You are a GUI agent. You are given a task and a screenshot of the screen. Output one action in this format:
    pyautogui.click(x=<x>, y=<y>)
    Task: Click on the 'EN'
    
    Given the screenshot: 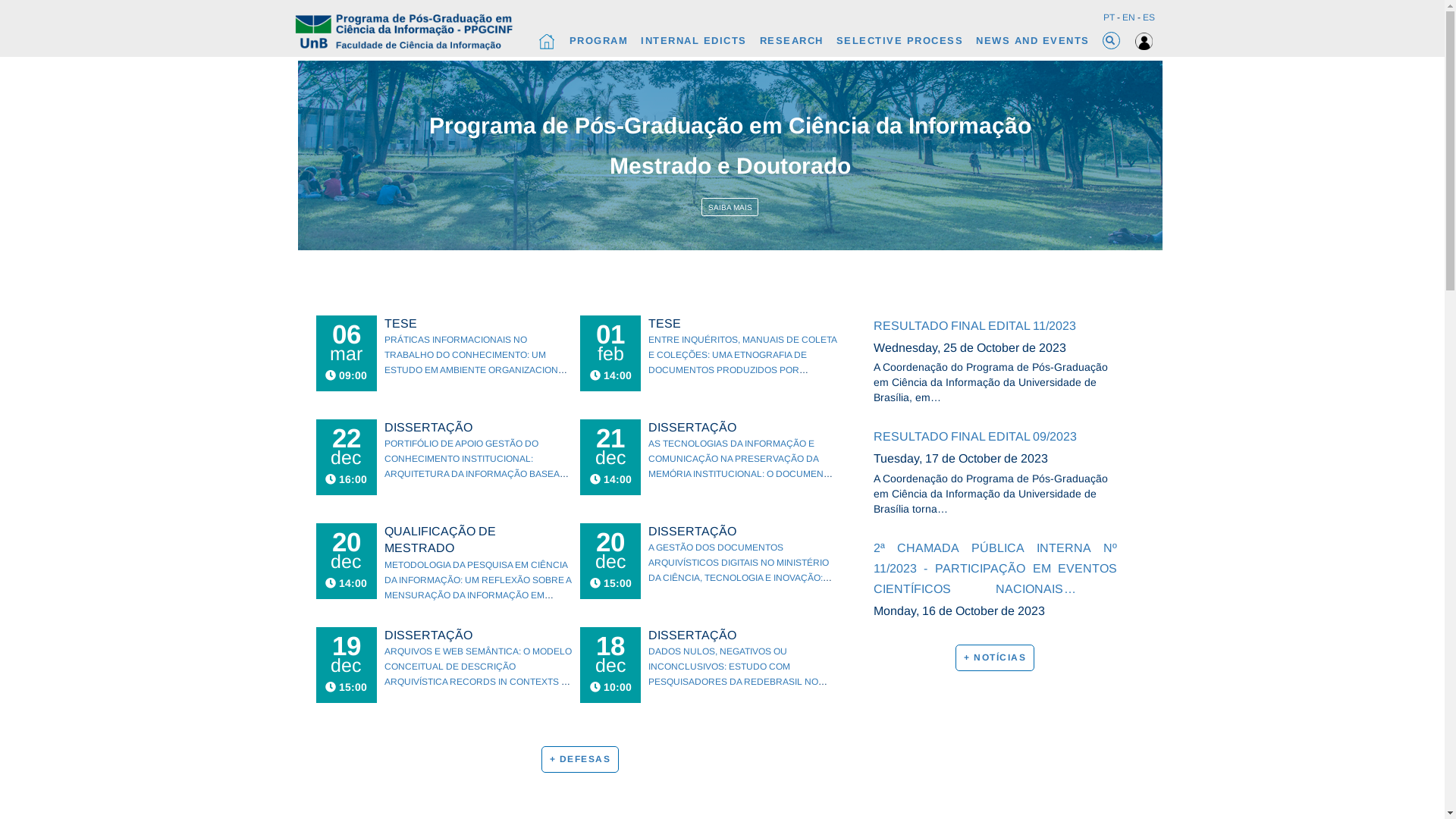 What is the action you would take?
    pyautogui.click(x=1128, y=17)
    